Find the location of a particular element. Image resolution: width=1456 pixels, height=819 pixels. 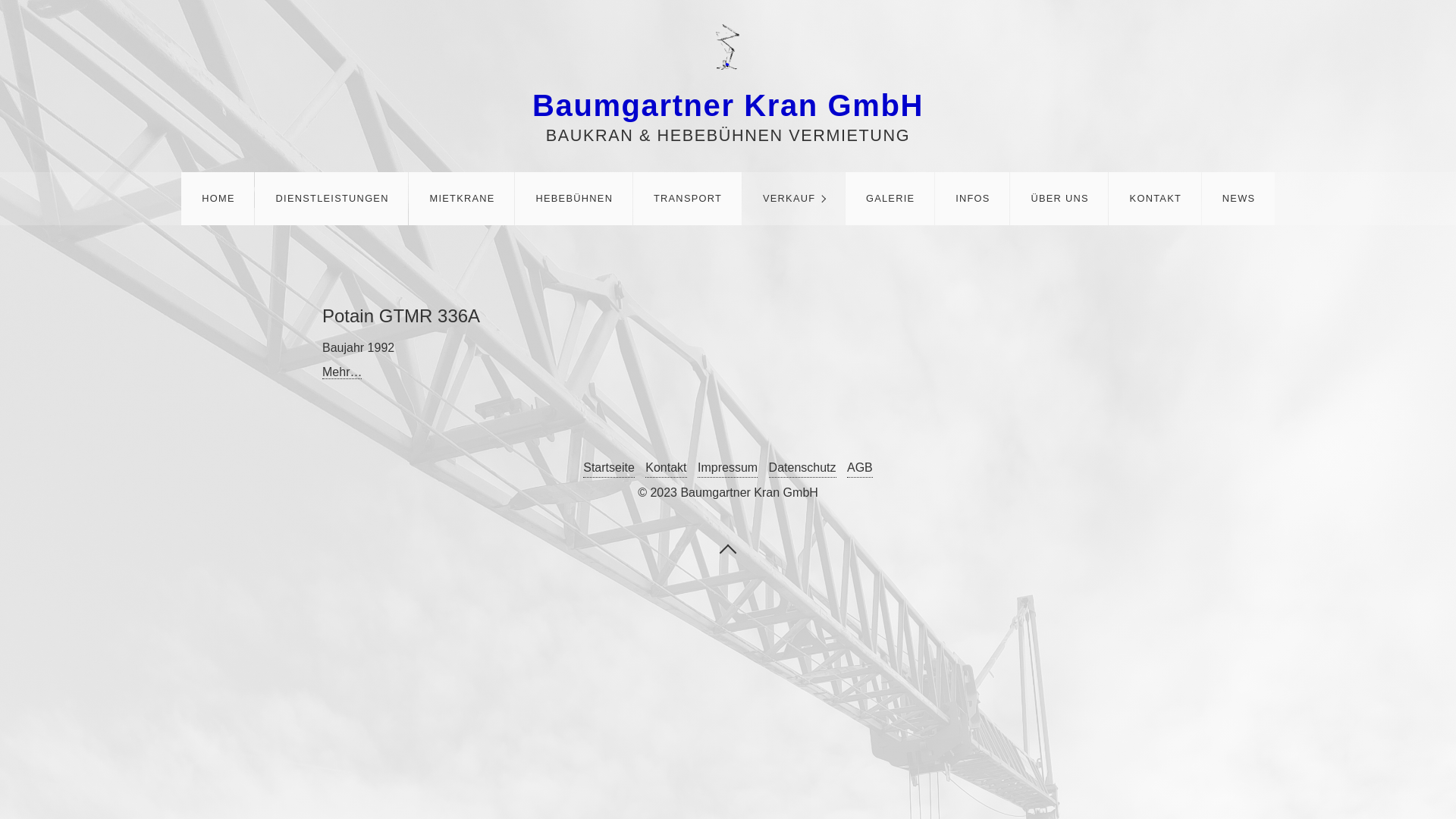

'VERKAUF' is located at coordinates (792, 198).